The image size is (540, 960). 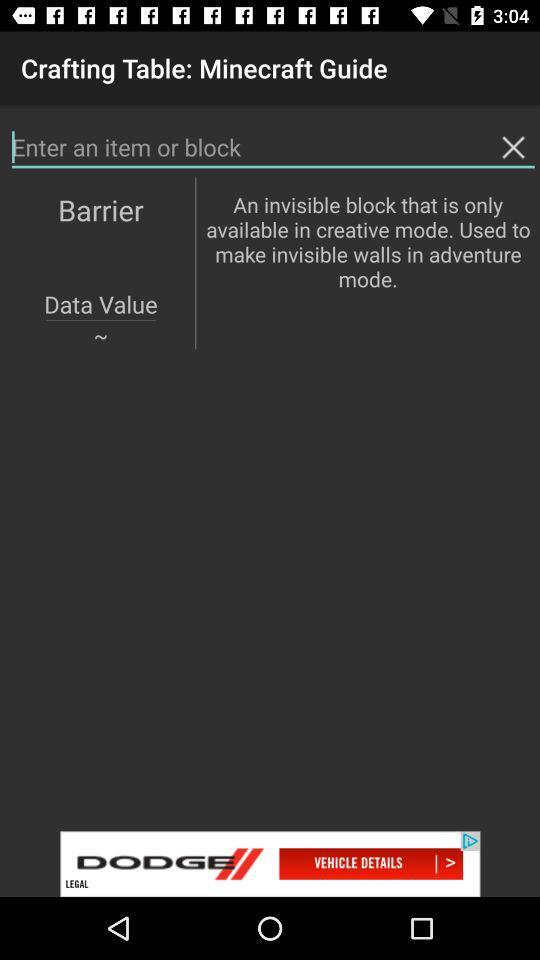 I want to click on an item or block, so click(x=272, y=146).